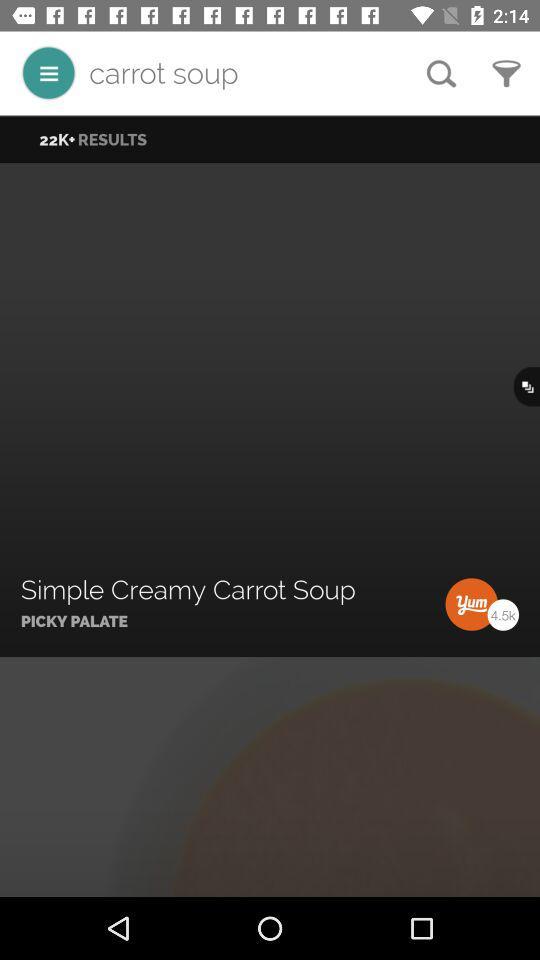 This screenshot has width=540, height=960. Describe the element at coordinates (48, 73) in the screenshot. I see `the menu bar` at that location.